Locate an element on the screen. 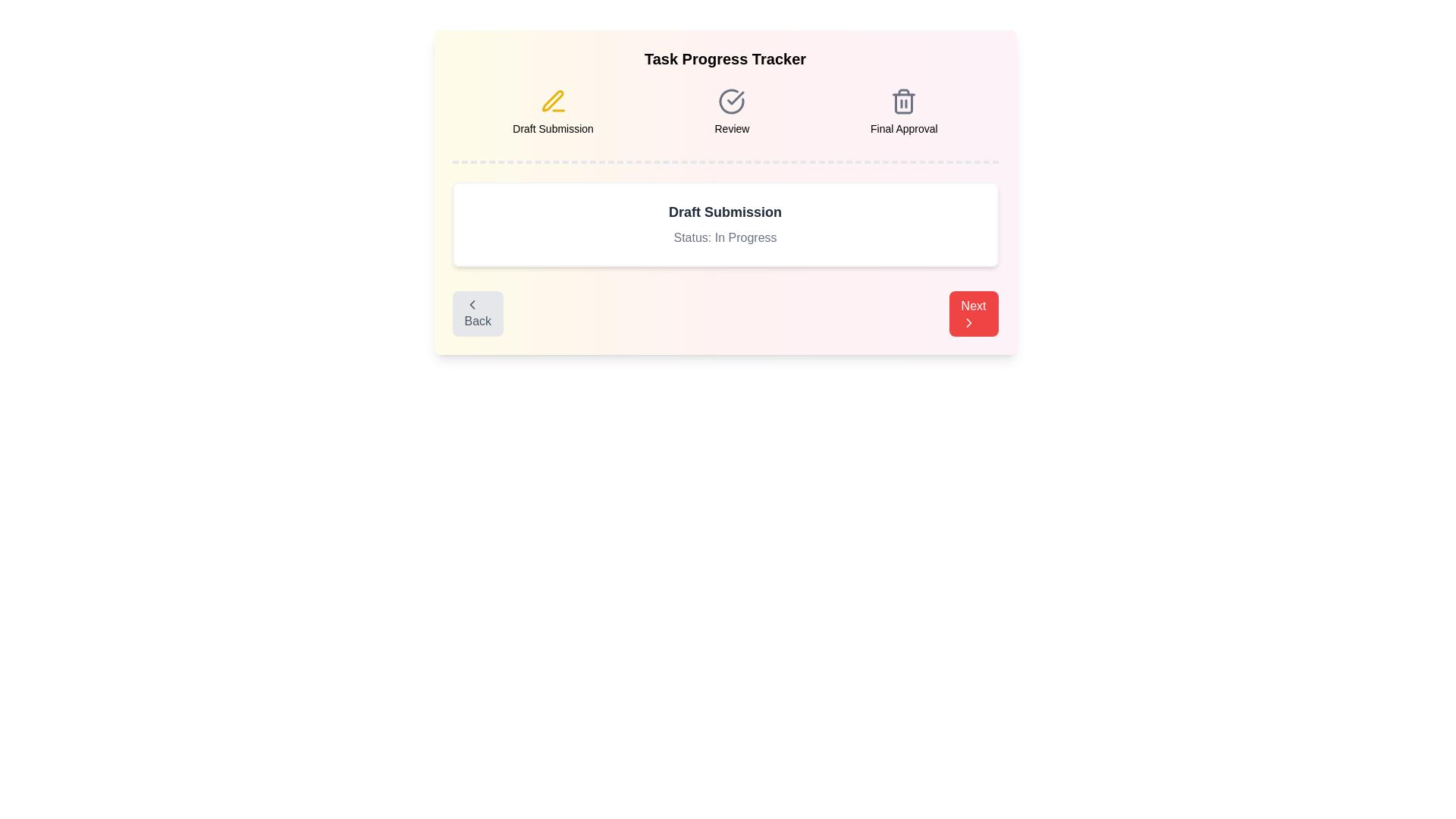 The height and width of the screenshot is (819, 1456). the task icon for Final Approval to reveal additional information is located at coordinates (904, 102).